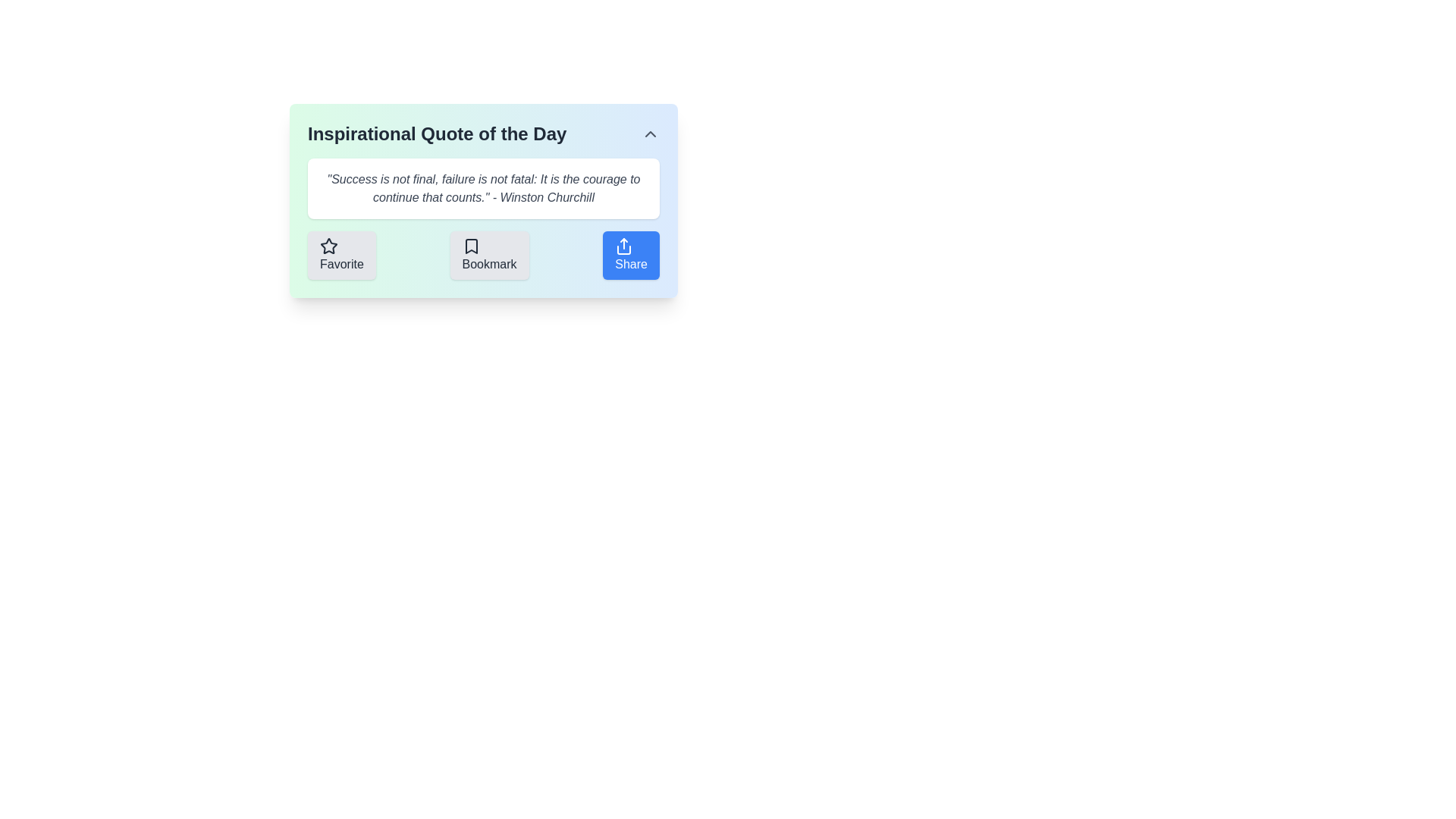 The width and height of the screenshot is (1456, 819). Describe the element at coordinates (328, 245) in the screenshot. I see `the leftmost Icon button to favorite or unfavorite the displayed quote` at that location.